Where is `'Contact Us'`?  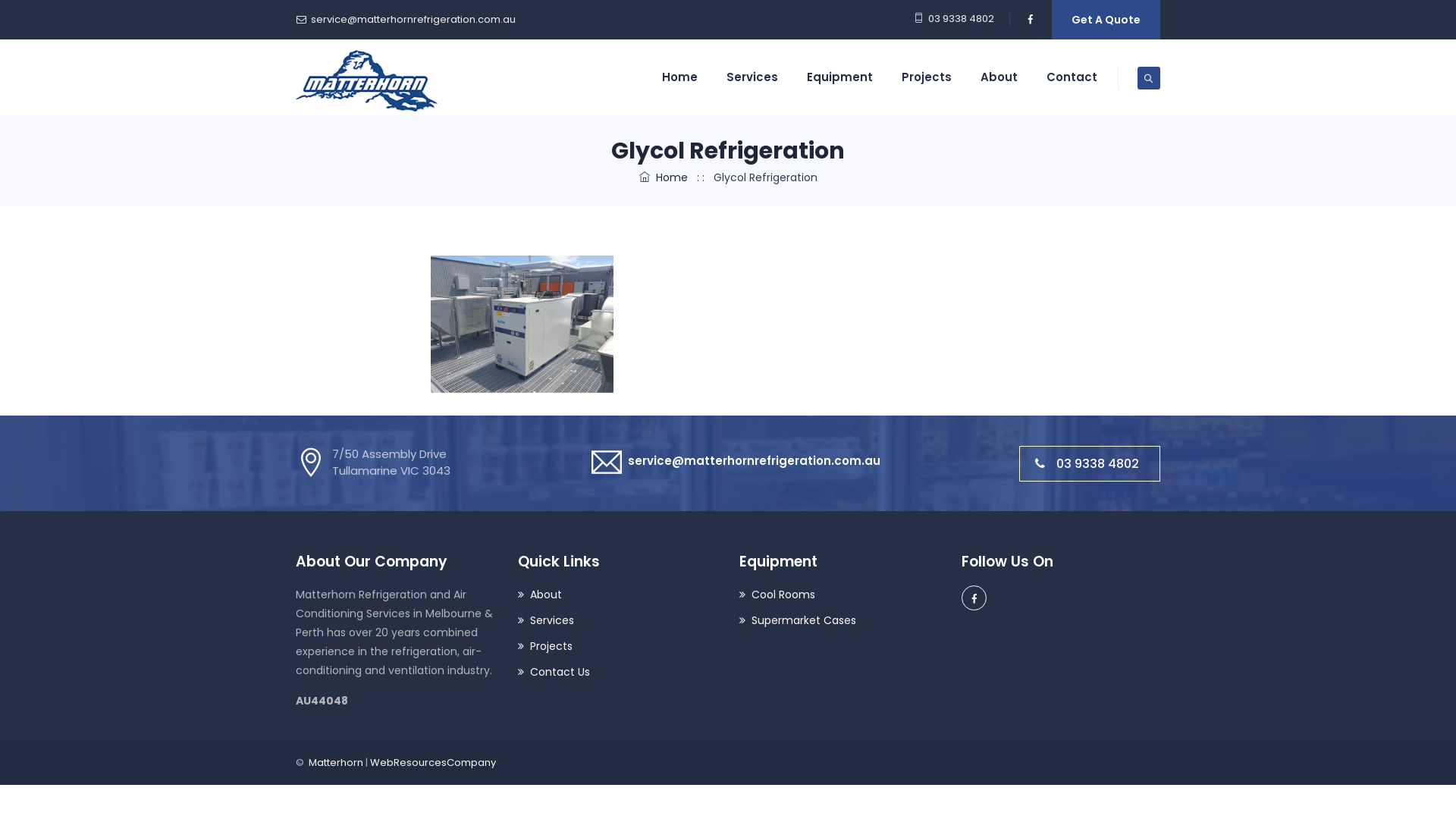 'Contact Us' is located at coordinates (552, 671).